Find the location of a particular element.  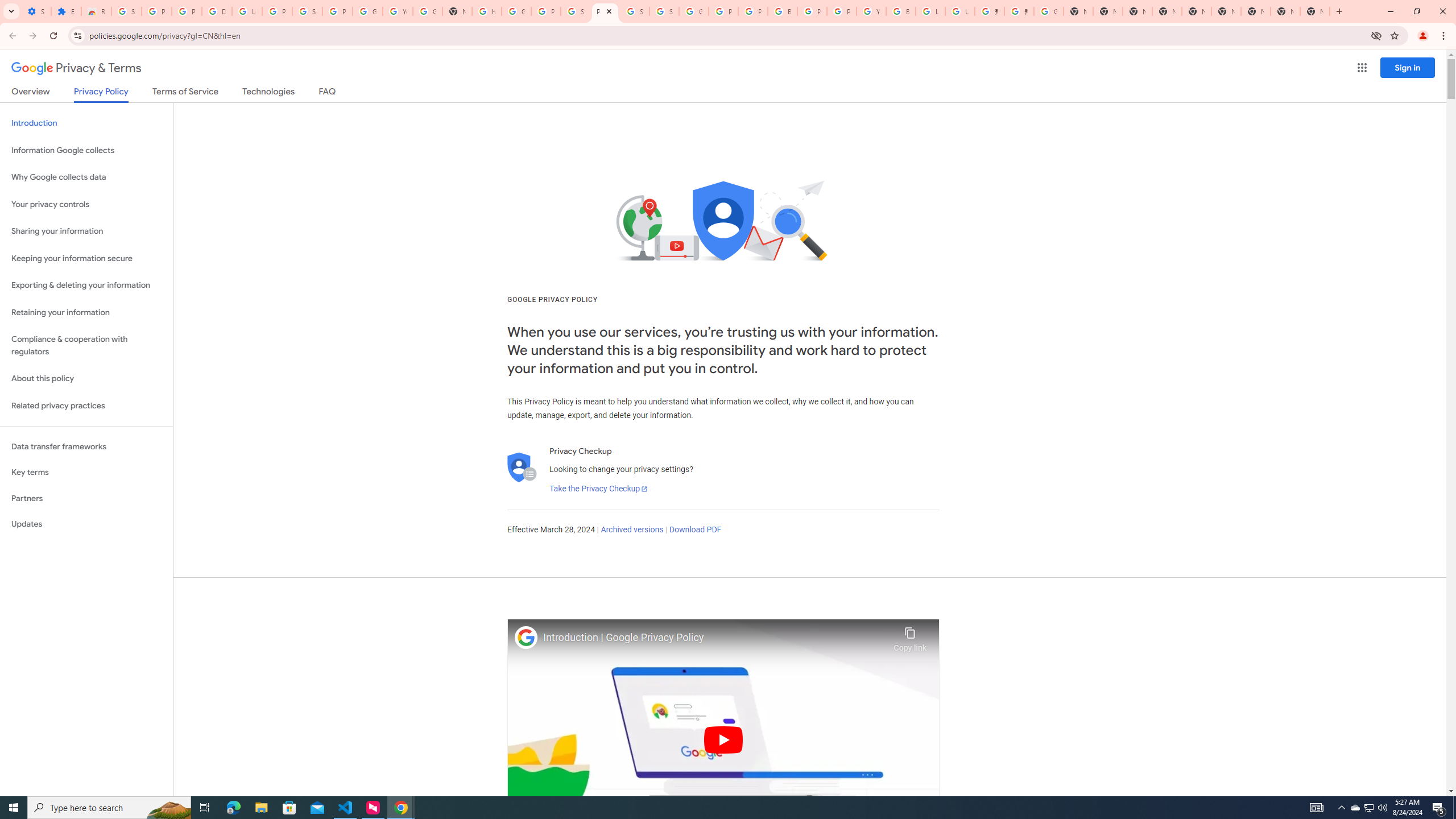

'https://scholar.google.com/' is located at coordinates (487, 11).